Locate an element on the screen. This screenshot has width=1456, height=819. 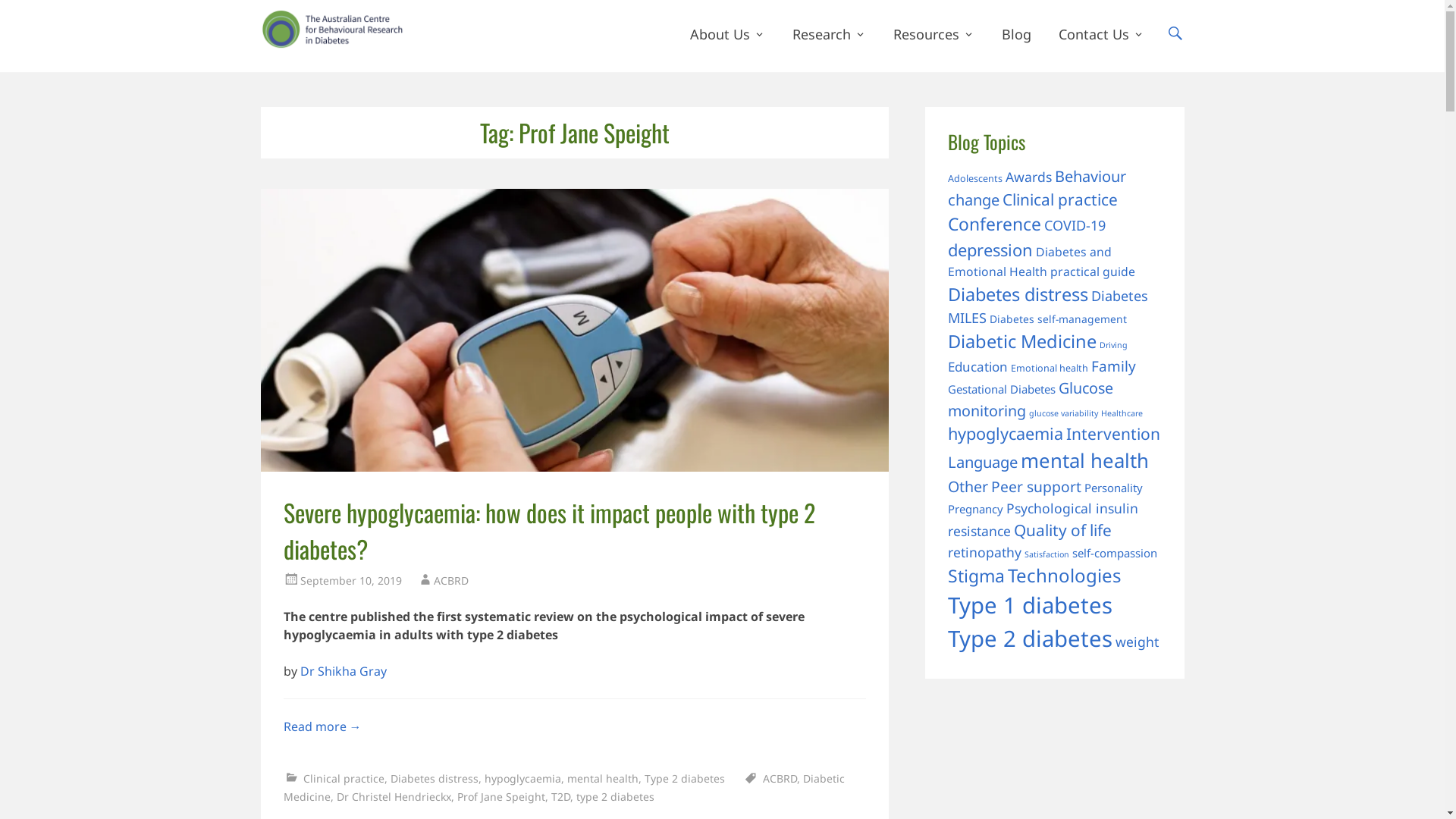
'Technologies' is located at coordinates (1063, 575).